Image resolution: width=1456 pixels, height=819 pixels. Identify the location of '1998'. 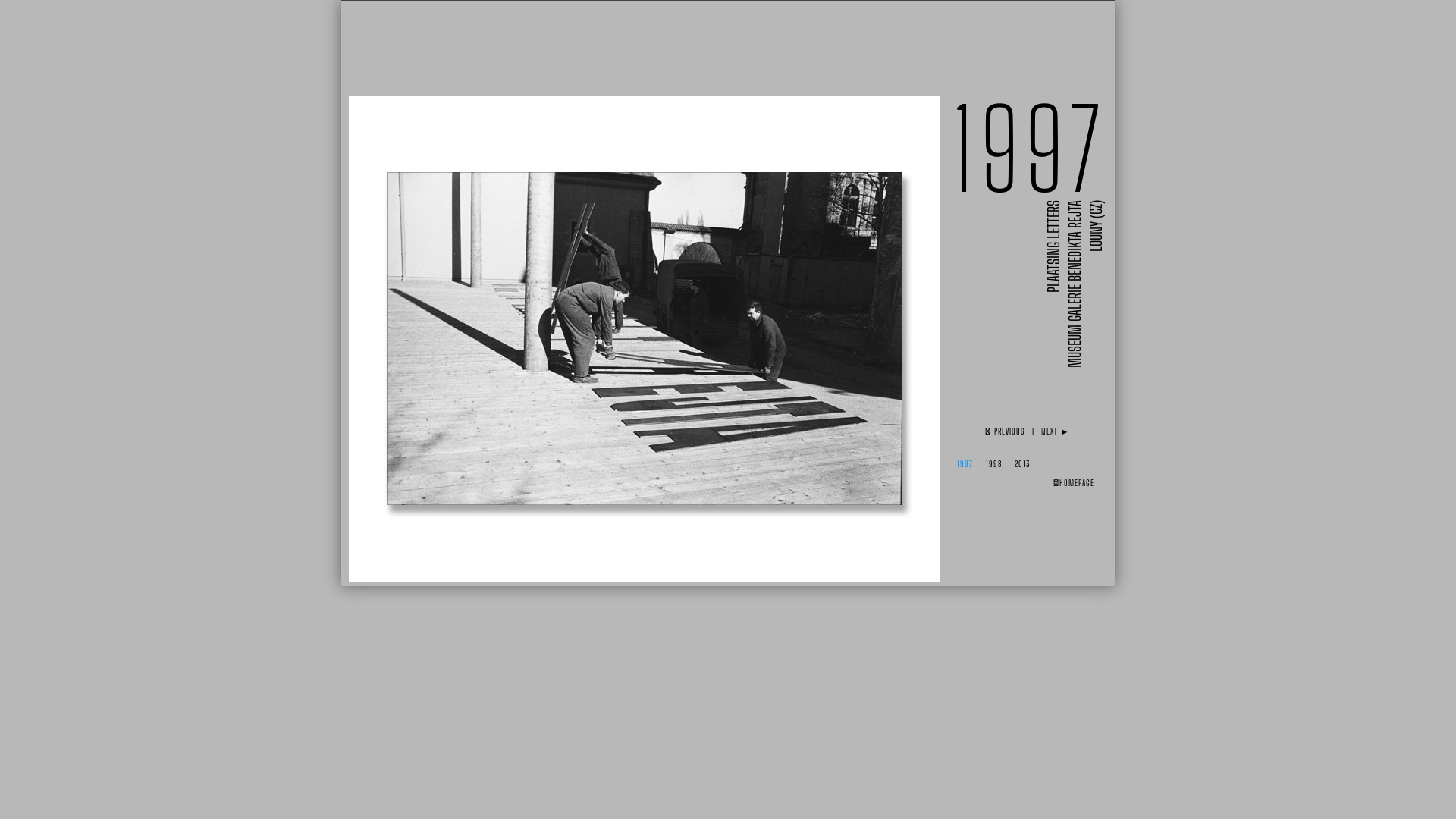
(993, 463).